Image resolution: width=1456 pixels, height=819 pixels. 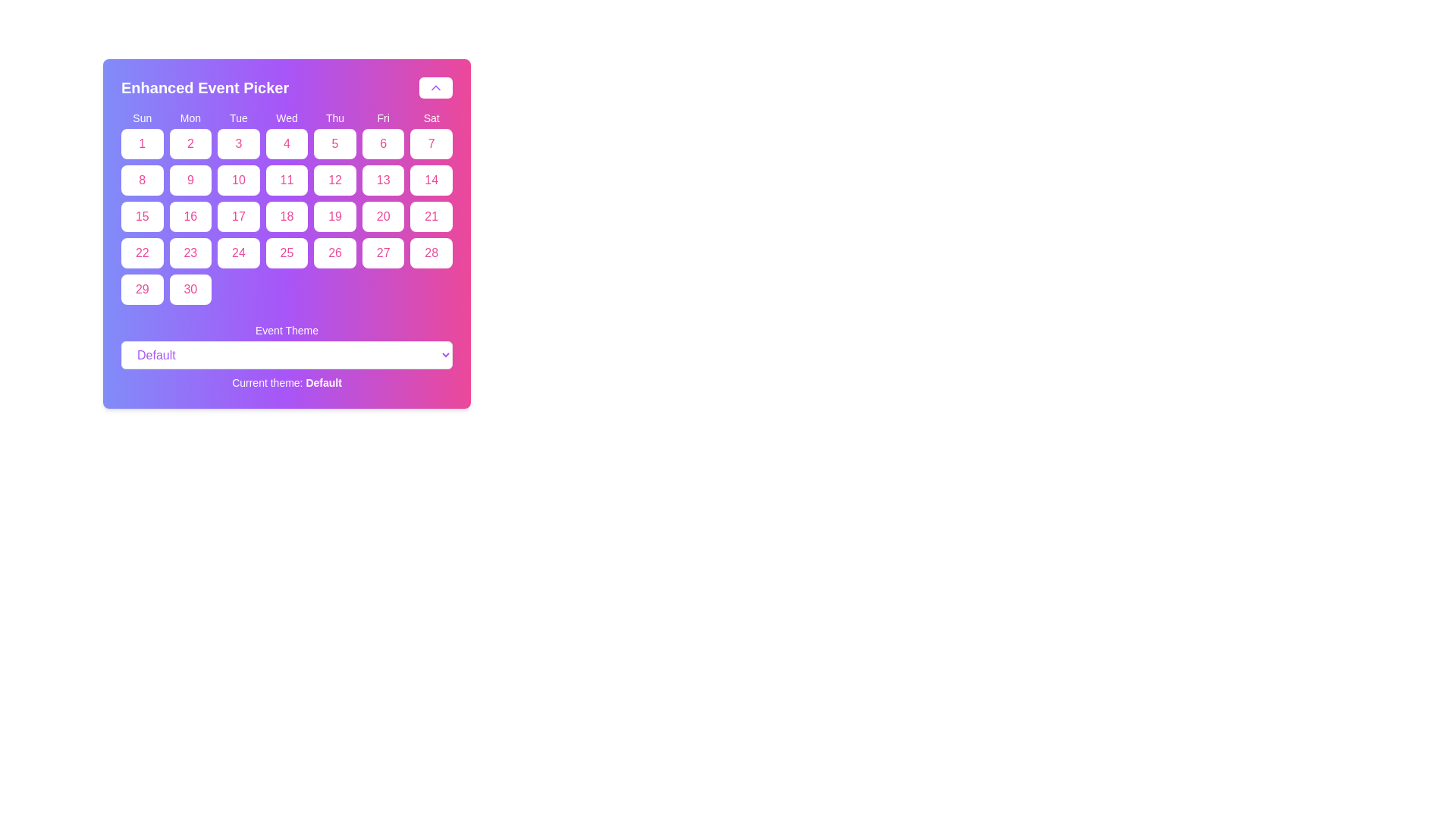 I want to click on the rectangular button displaying the text '10' in pink color, located in the second row and third column of a calendar grid, so click(x=237, y=180).